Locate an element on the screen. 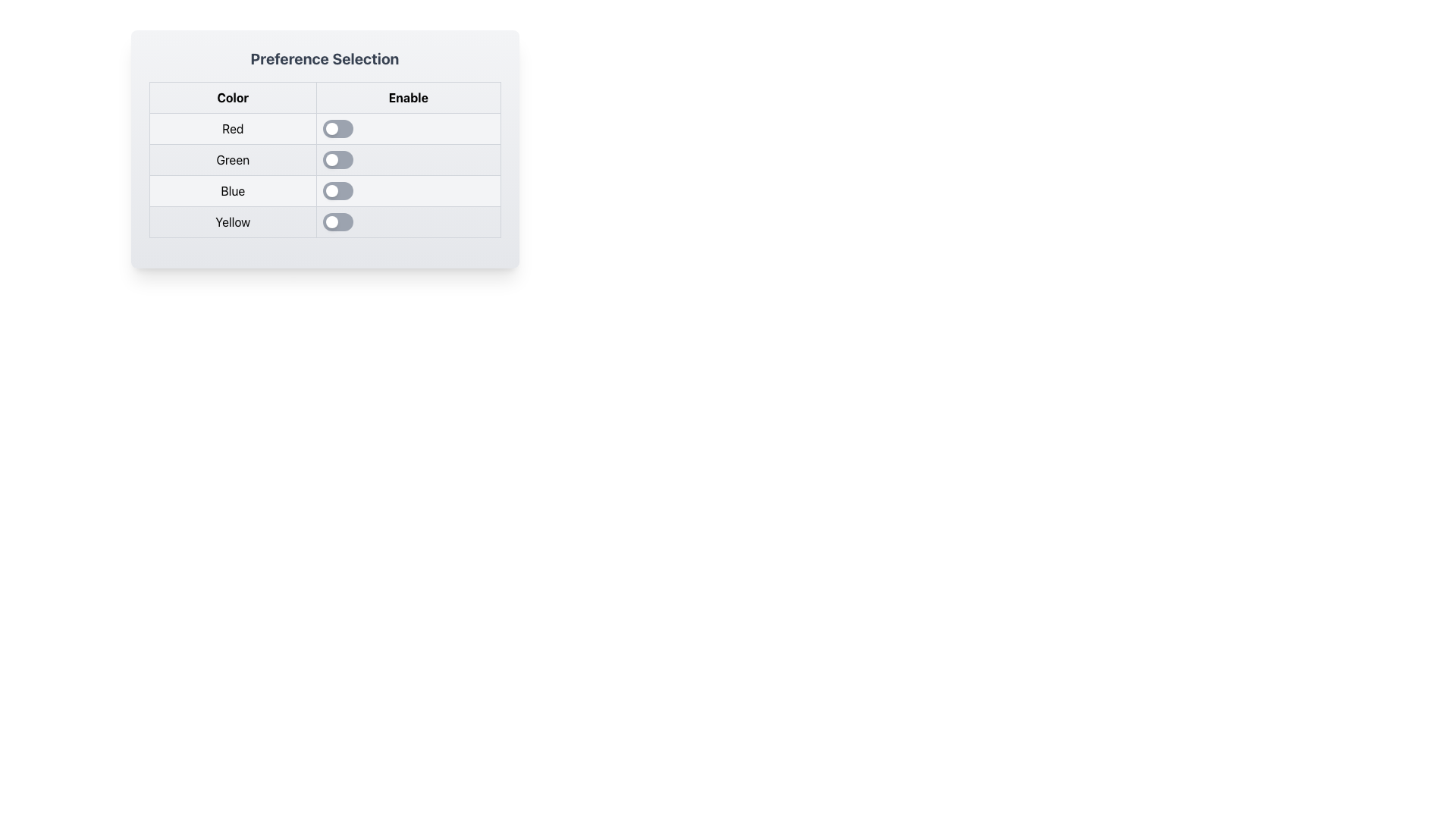 This screenshot has height=819, width=1456. the small circular knob of the toggle switch located in the 'Enable' column of the 'Green' row in the 'Preference Selection' table is located at coordinates (331, 160).